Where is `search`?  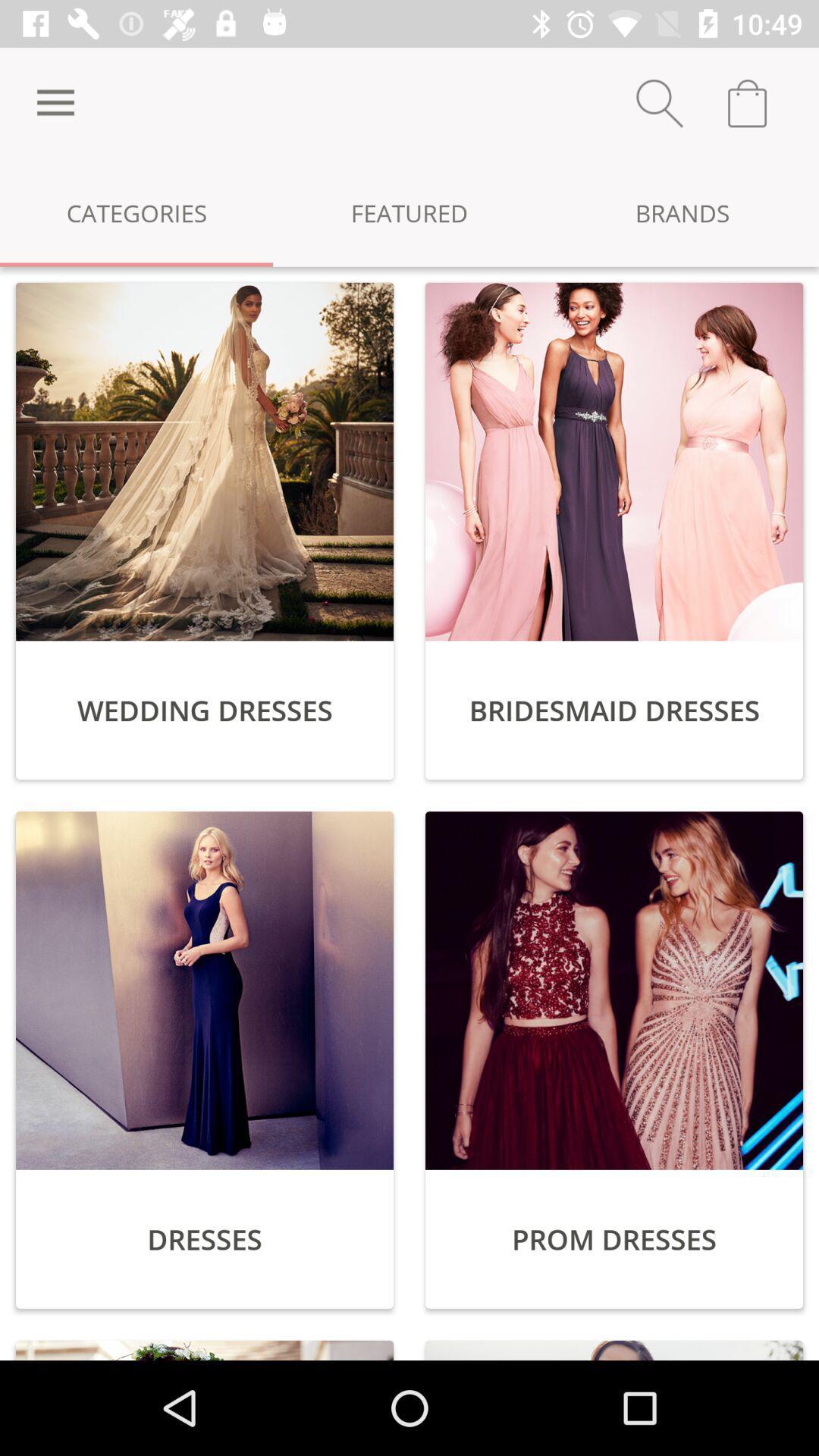
search is located at coordinates (659, 102).